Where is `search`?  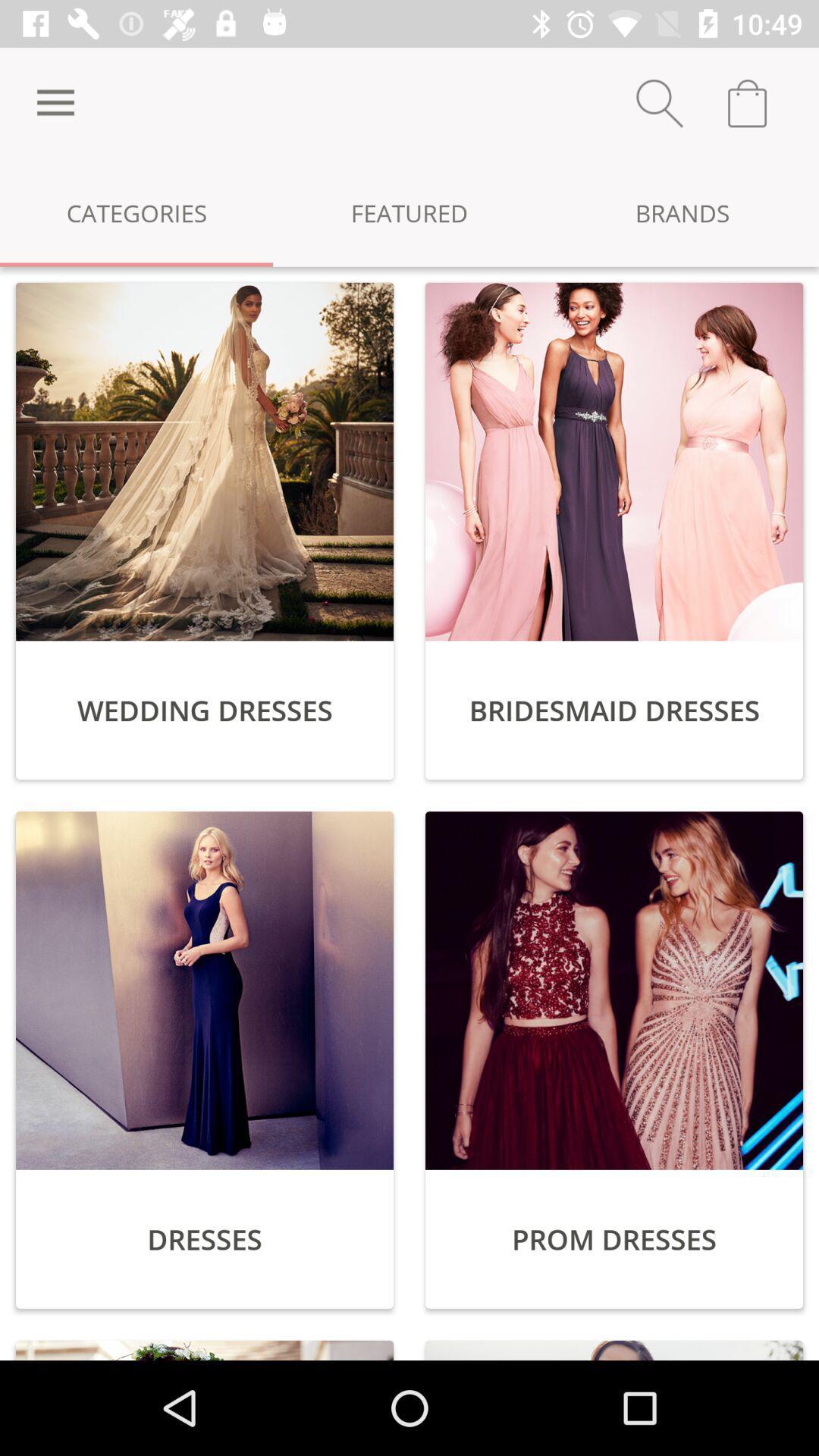
search is located at coordinates (659, 102).